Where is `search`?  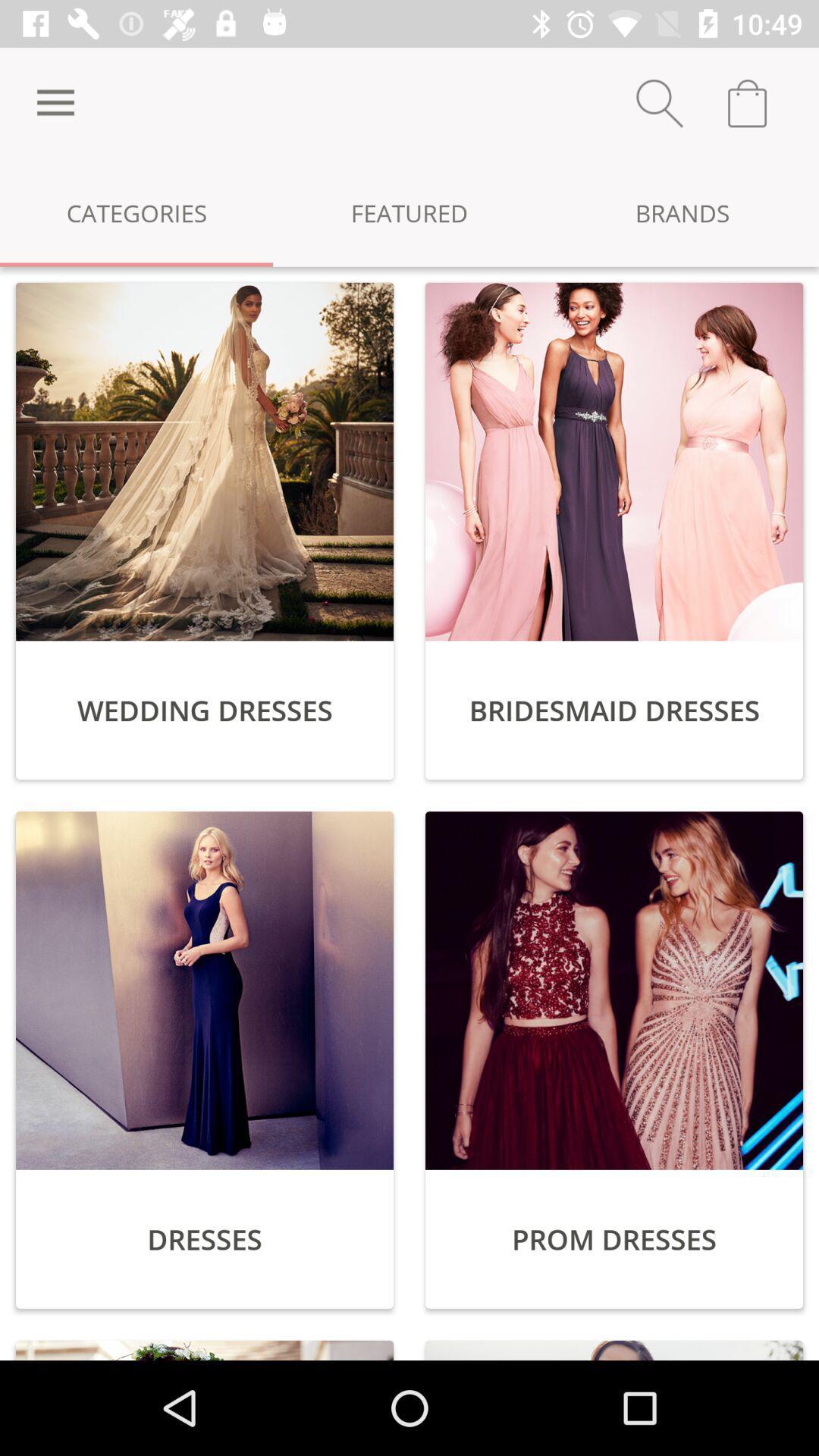
search is located at coordinates (659, 102).